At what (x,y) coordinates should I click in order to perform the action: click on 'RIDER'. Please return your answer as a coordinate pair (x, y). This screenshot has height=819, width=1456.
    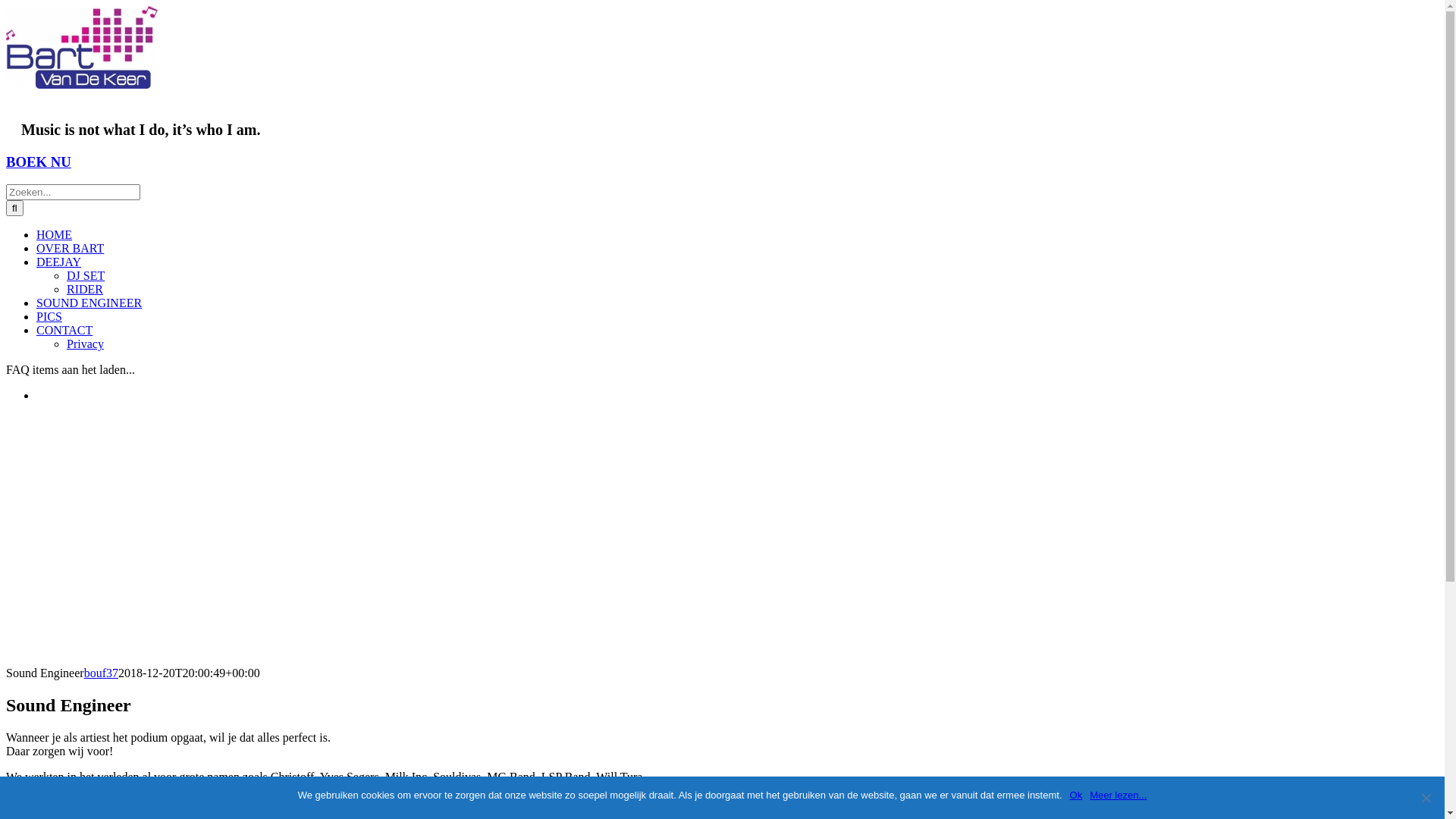
    Looking at the image, I should click on (65, 289).